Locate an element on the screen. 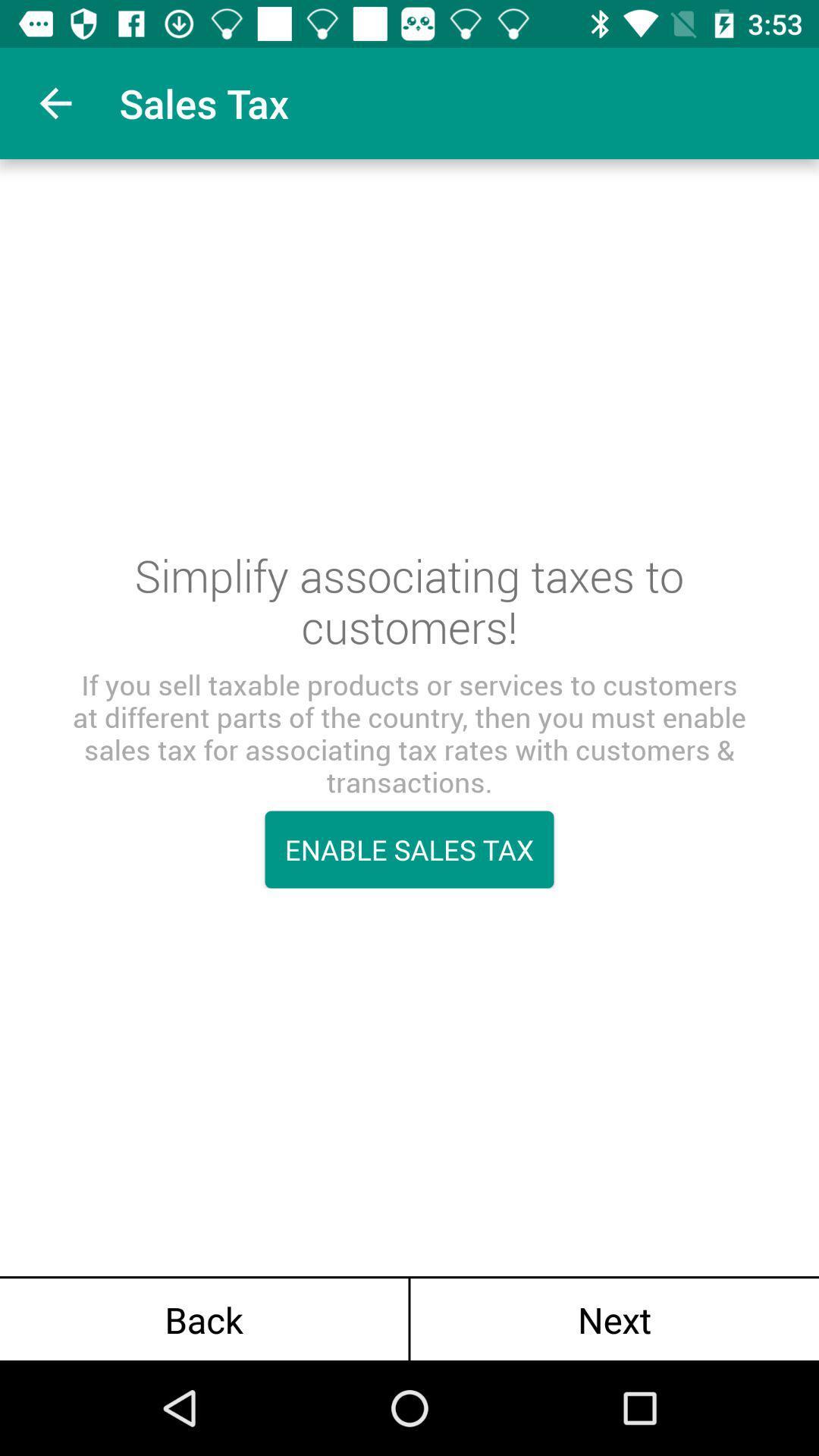 This screenshot has width=819, height=1456. the back item is located at coordinates (203, 1318).